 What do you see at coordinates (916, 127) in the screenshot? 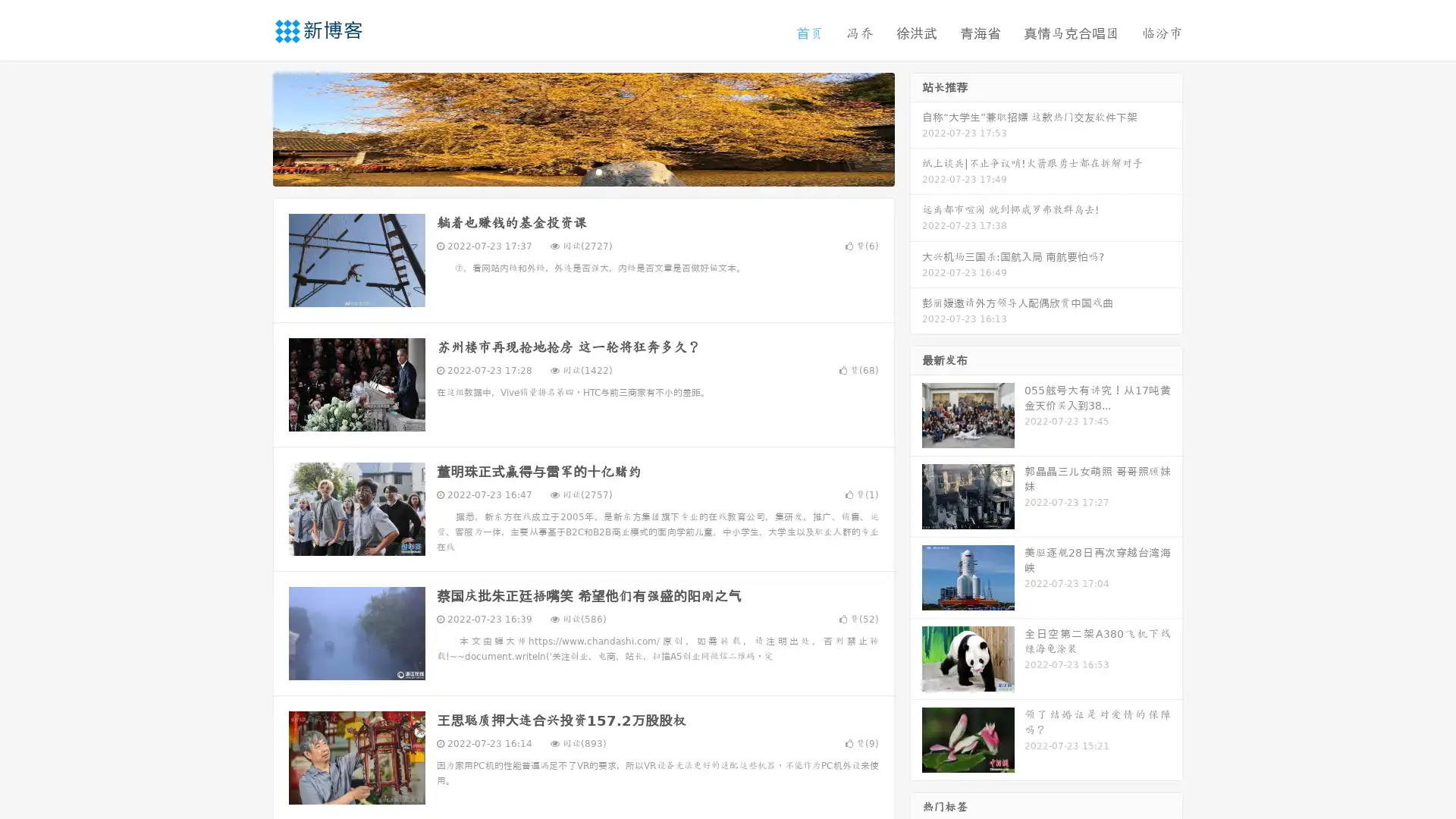
I see `Next slide` at bounding box center [916, 127].